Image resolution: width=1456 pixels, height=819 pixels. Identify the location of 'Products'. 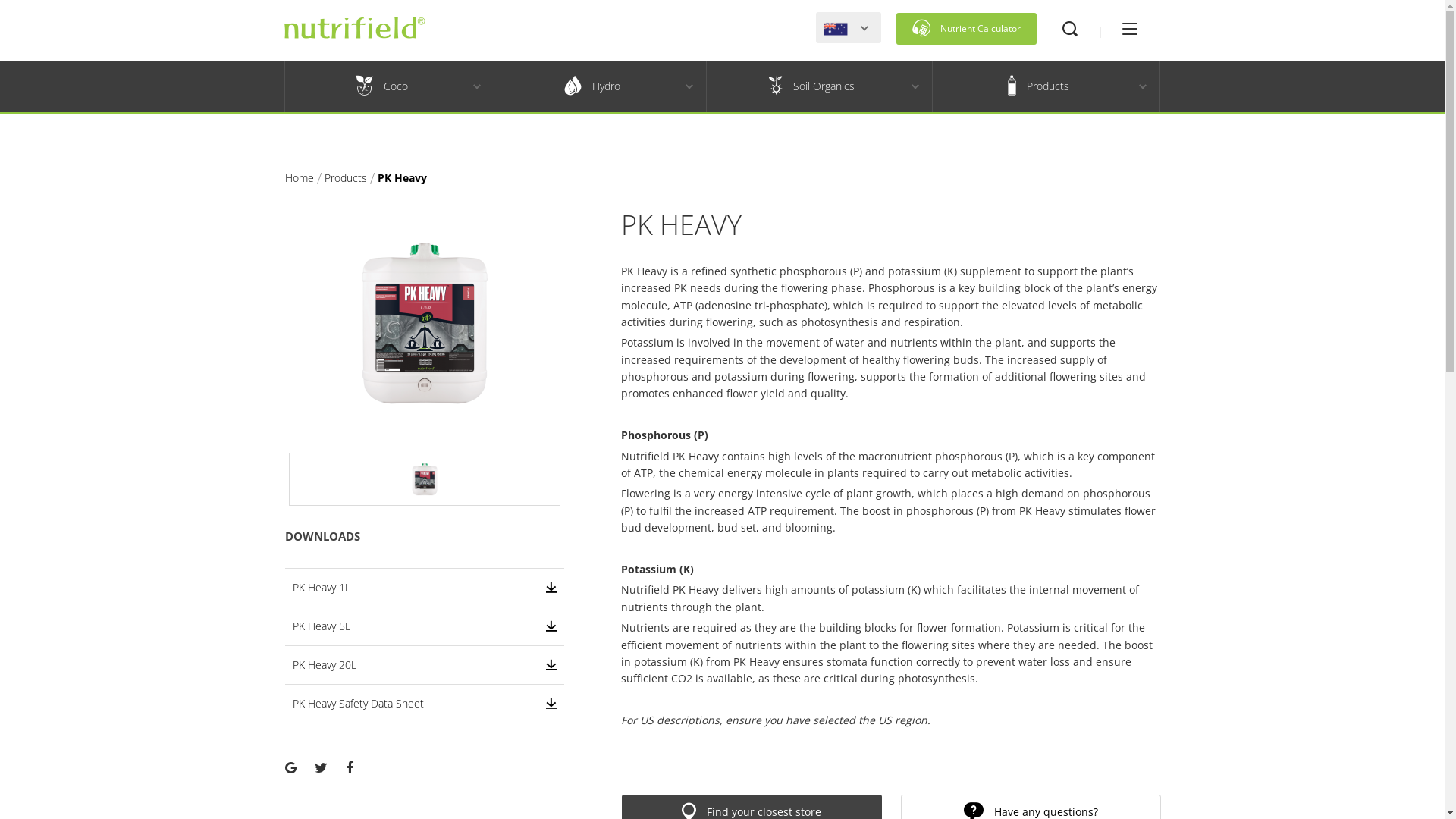
(1037, 86).